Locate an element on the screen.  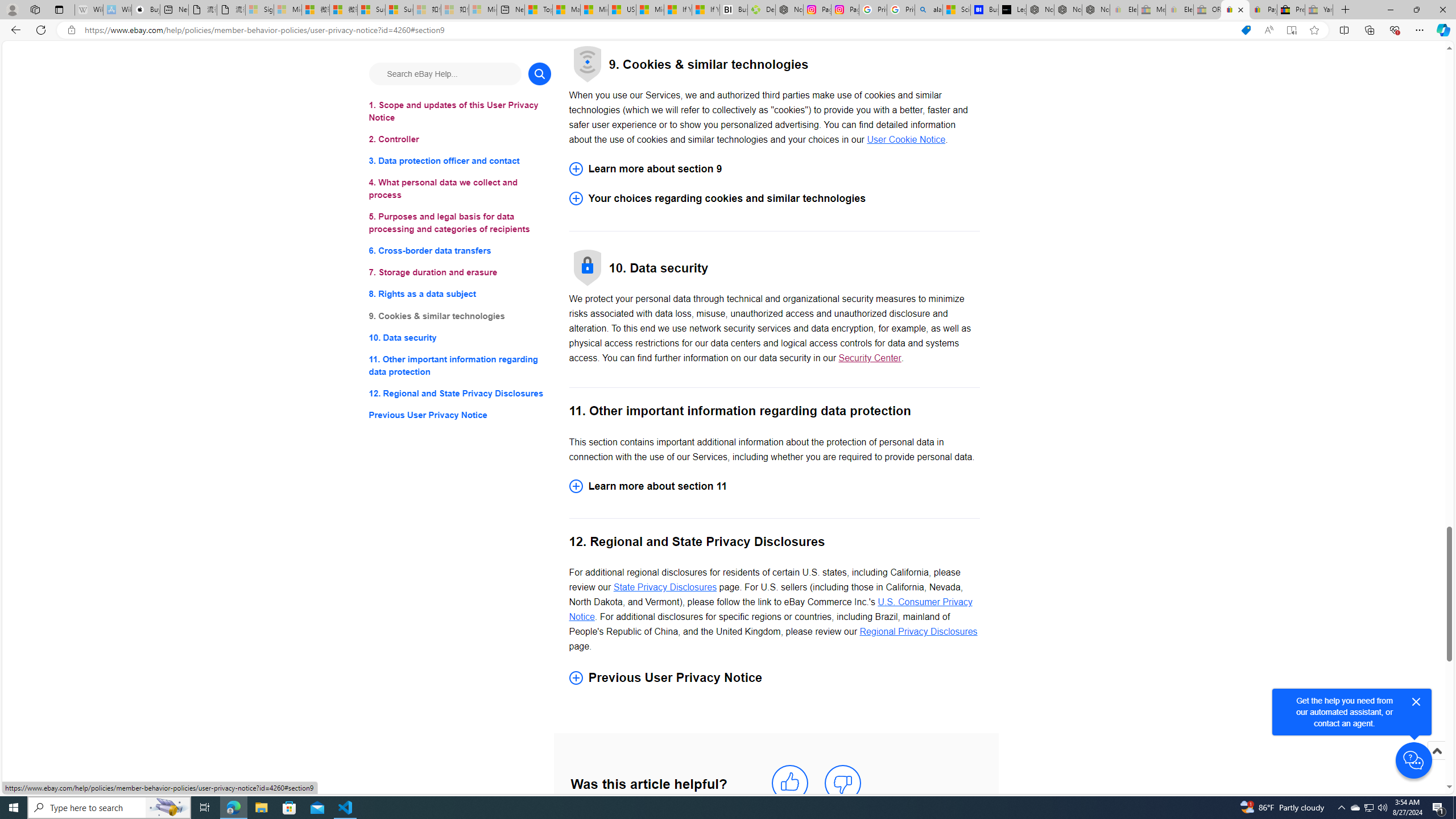
'9. Cookies & similar technologies' is located at coordinates (459, 316).